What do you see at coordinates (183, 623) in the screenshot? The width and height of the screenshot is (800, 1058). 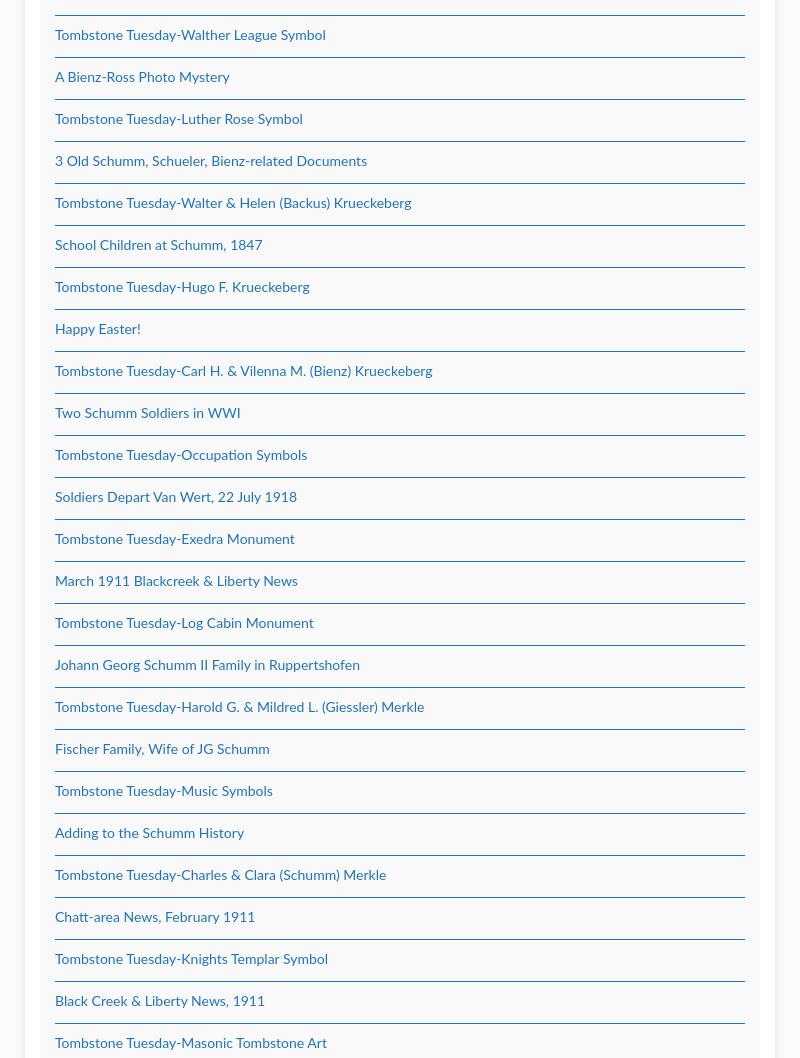 I see `'Tombstone Tuesday-Log Cabin Monument'` at bounding box center [183, 623].